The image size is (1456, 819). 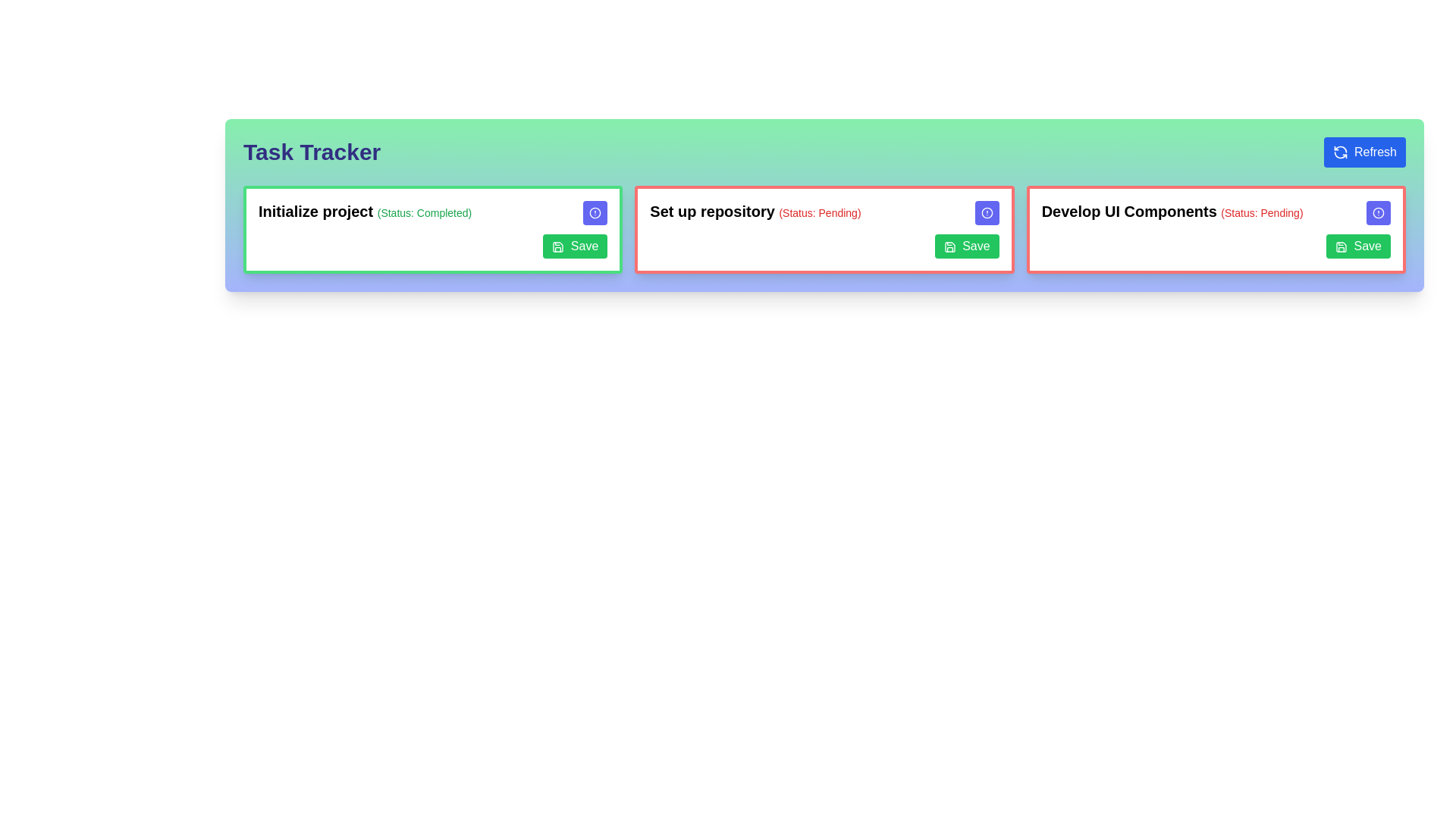 What do you see at coordinates (1379, 213) in the screenshot?
I see `the circular graphical icon element located in the top-right corner of the 'Develop UI Components (Status: Pending)' task card` at bounding box center [1379, 213].